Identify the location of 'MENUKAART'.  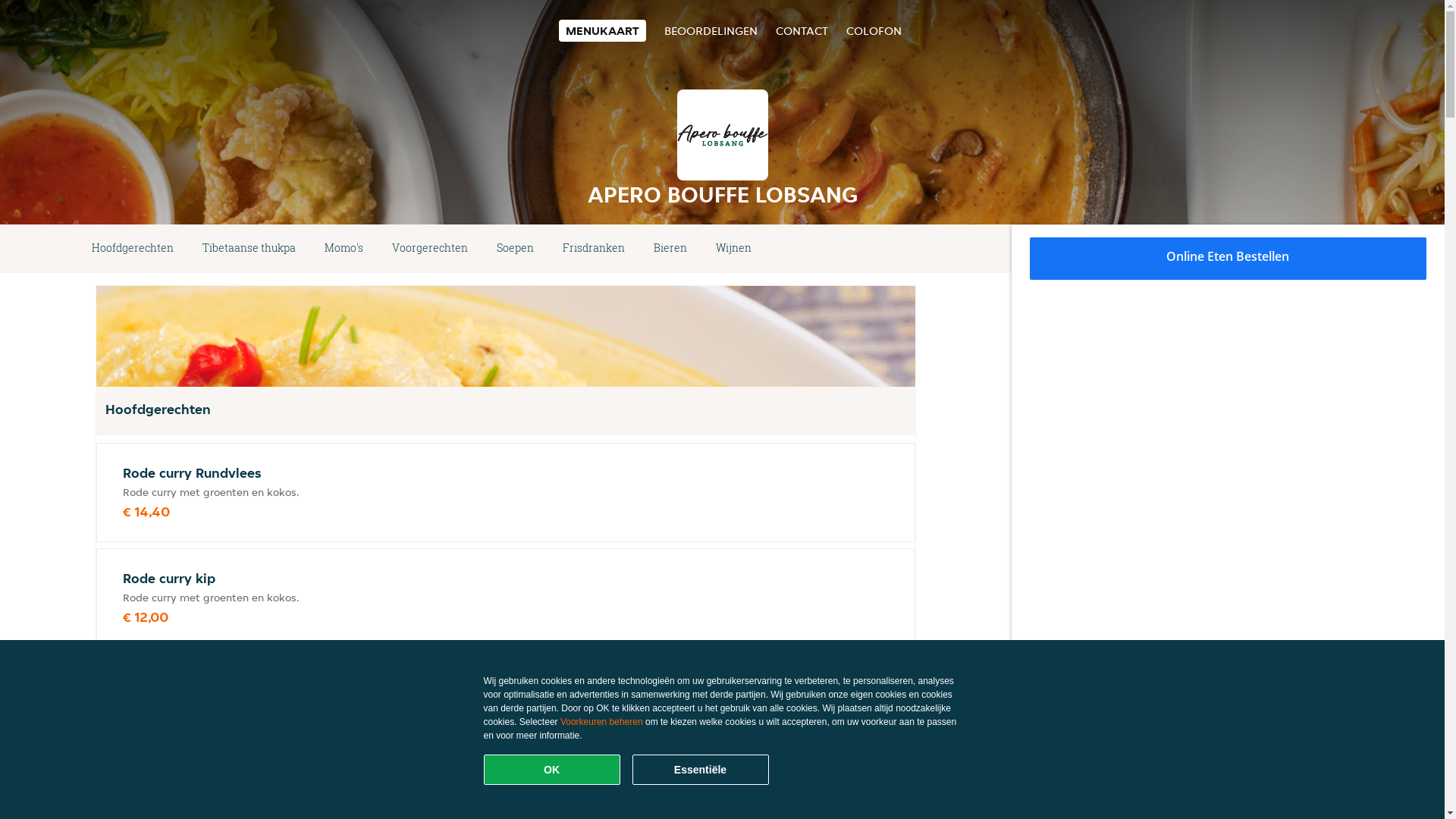
(601, 30).